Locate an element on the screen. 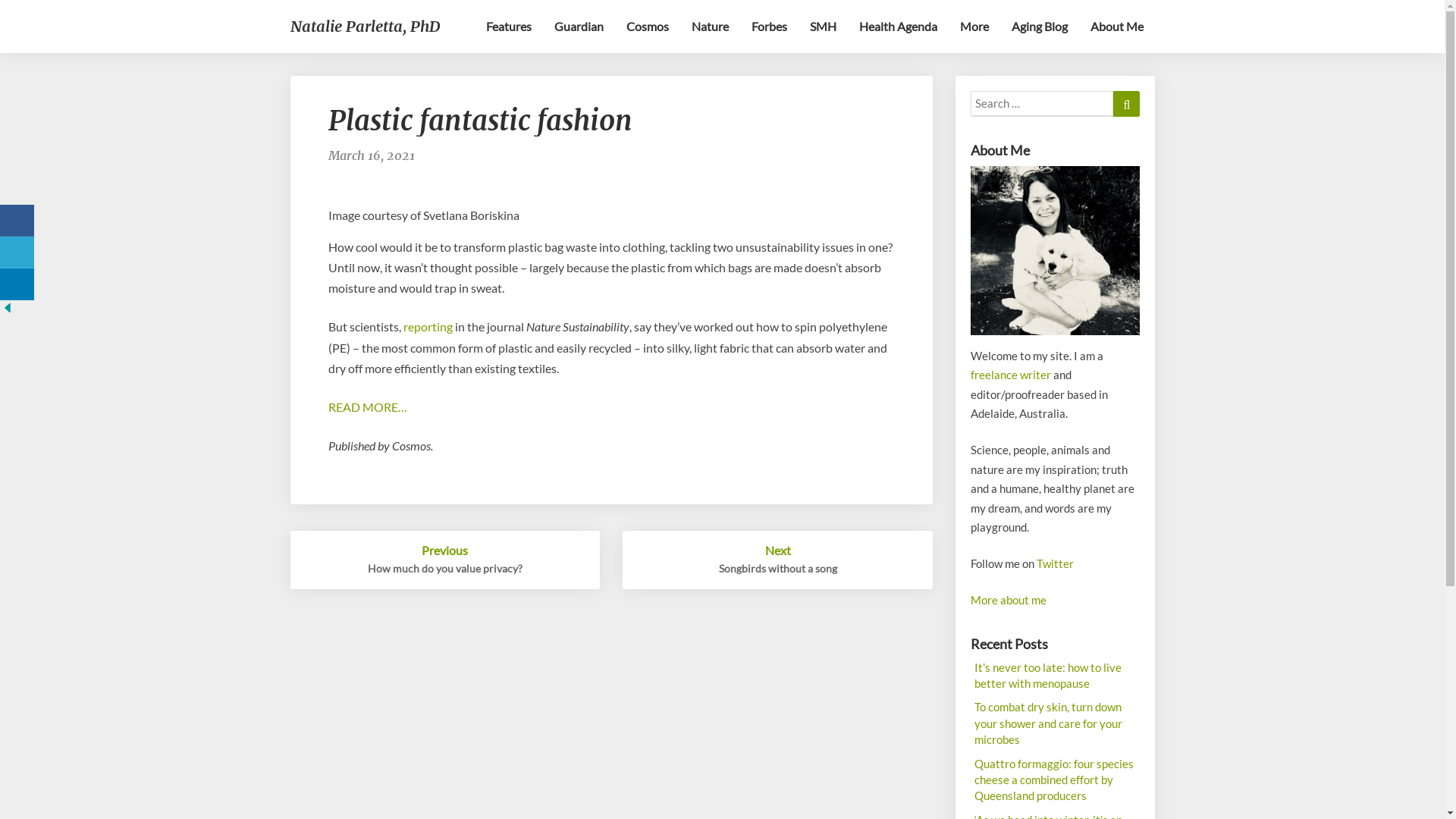  'reporting' is located at coordinates (427, 325).